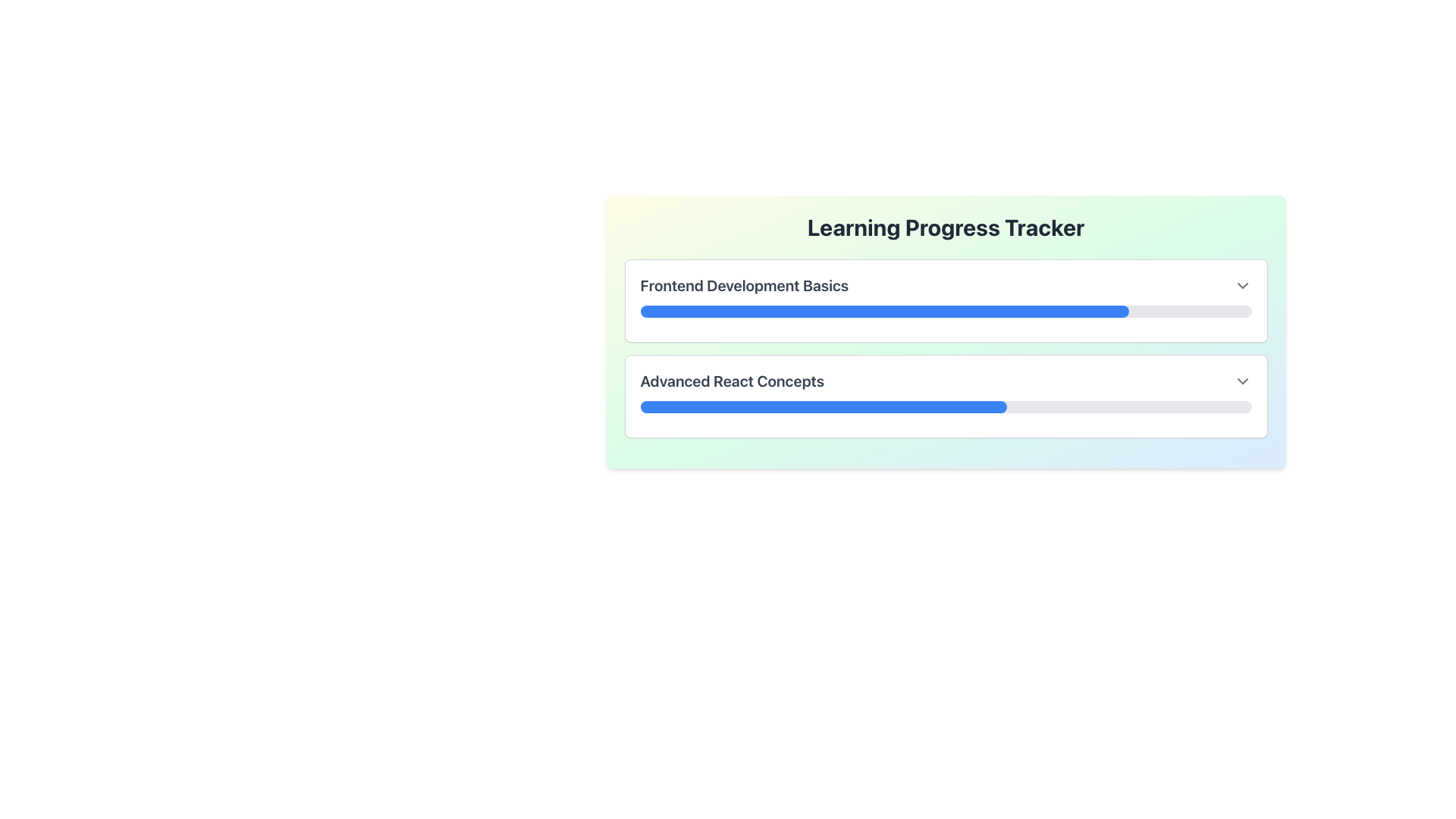 Image resolution: width=1456 pixels, height=819 pixels. I want to click on the progress bar representing the completion state of the task in the 'Frontend Development Basics' section, so click(884, 311).